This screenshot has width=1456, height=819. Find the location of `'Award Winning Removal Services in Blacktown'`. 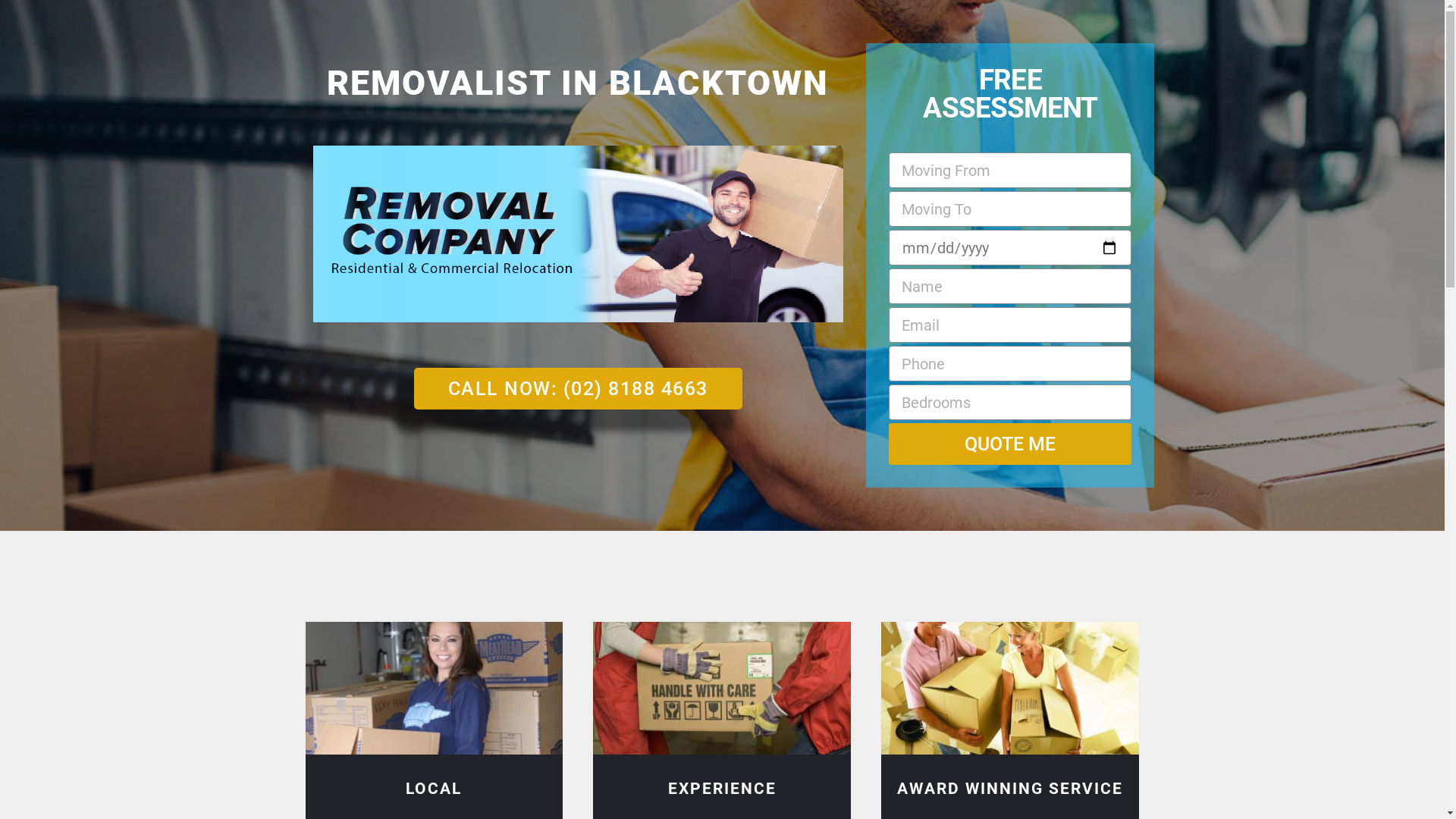

'Award Winning Removal Services in Blacktown' is located at coordinates (1010, 688).